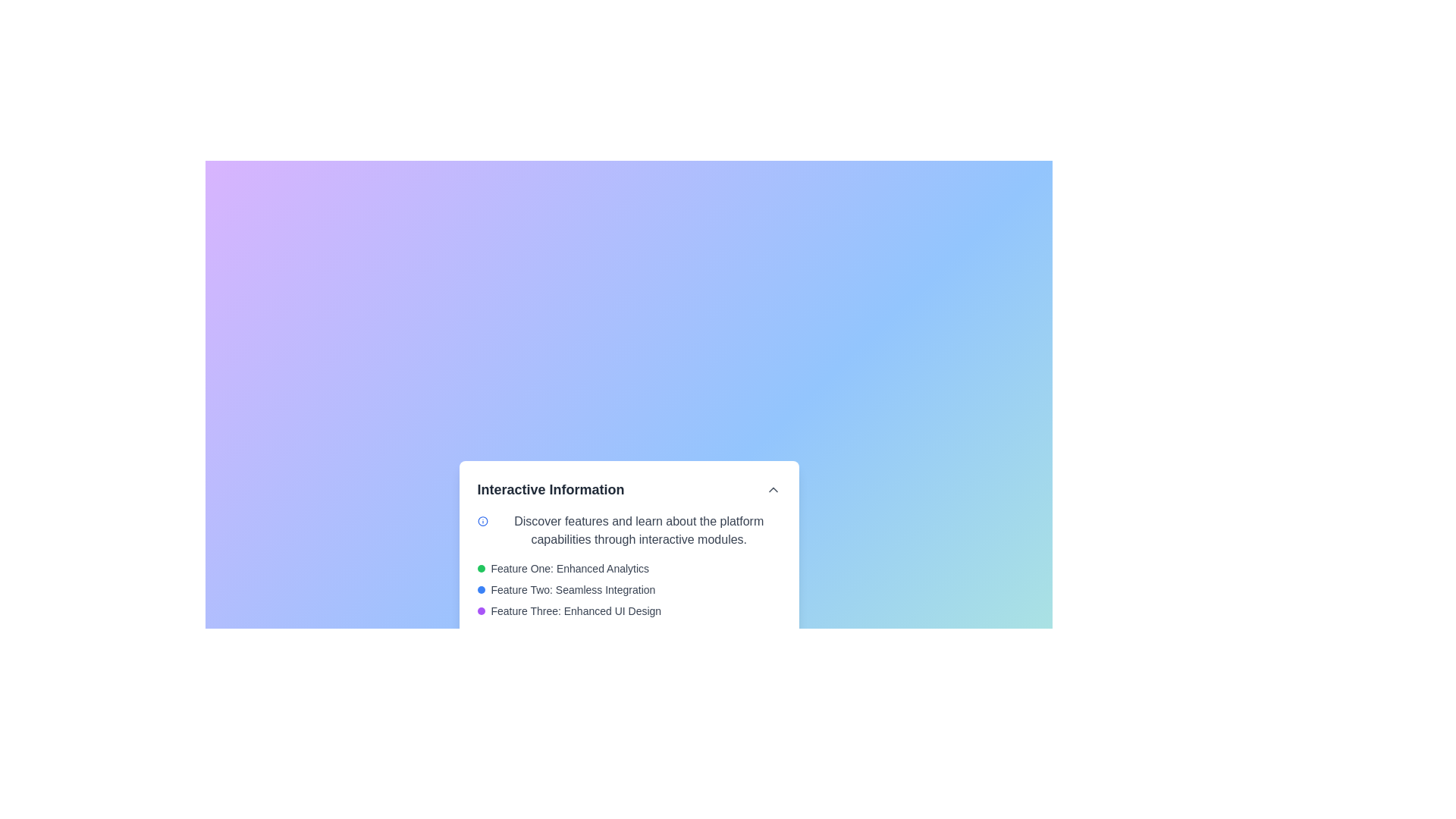 This screenshot has width=1456, height=819. Describe the element at coordinates (629, 570) in the screenshot. I see `and understand the features listed in the Card component titled 'Interactive Information', which includes 'Feature One: Enhanced Analytics', 'Feature Two: Seamless Integration', and 'Feature Three: Enhanced UI Design'` at that location.